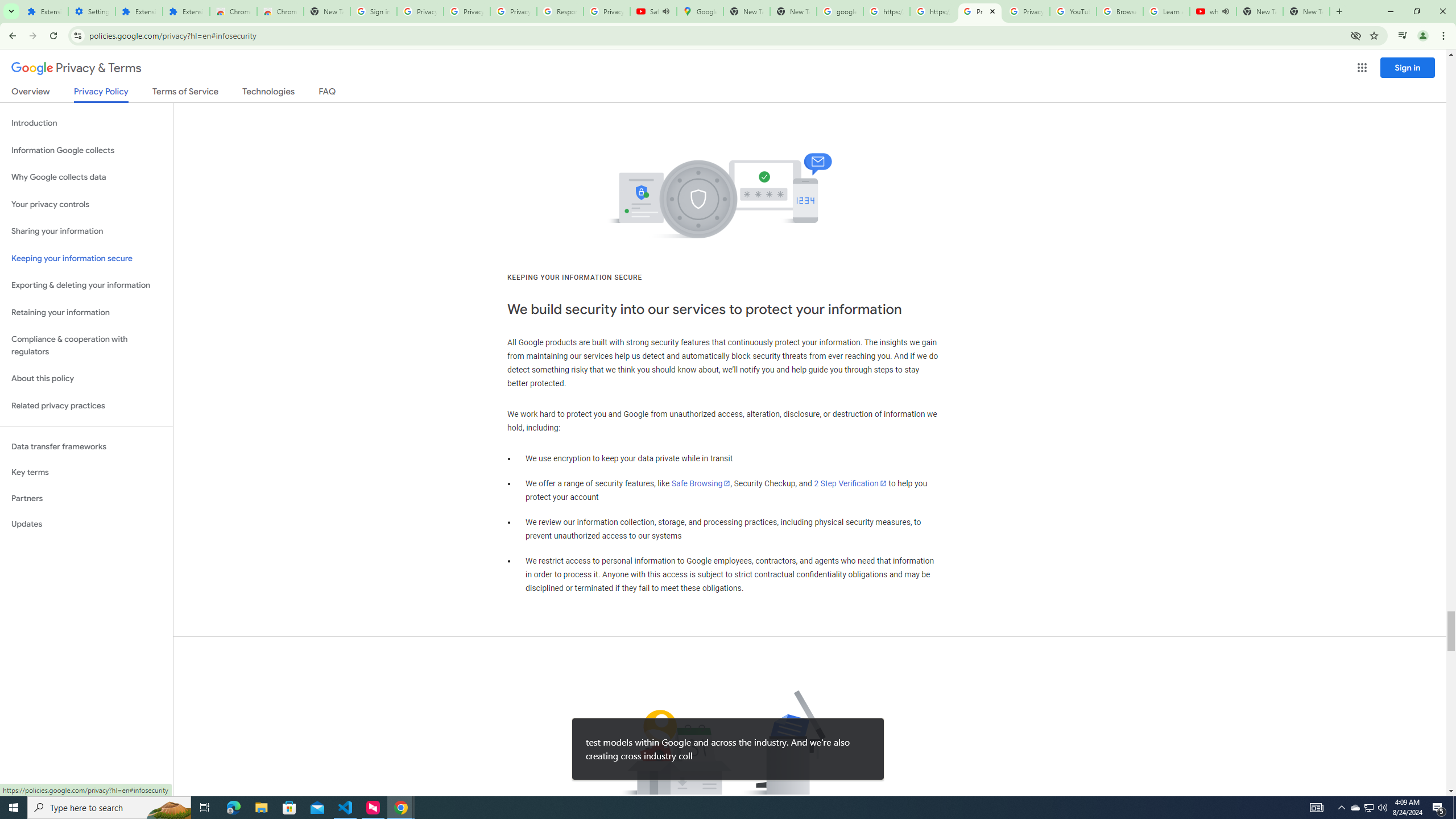 This screenshot has height=819, width=1456. What do you see at coordinates (86, 446) in the screenshot?
I see `'Data transfer frameworks'` at bounding box center [86, 446].